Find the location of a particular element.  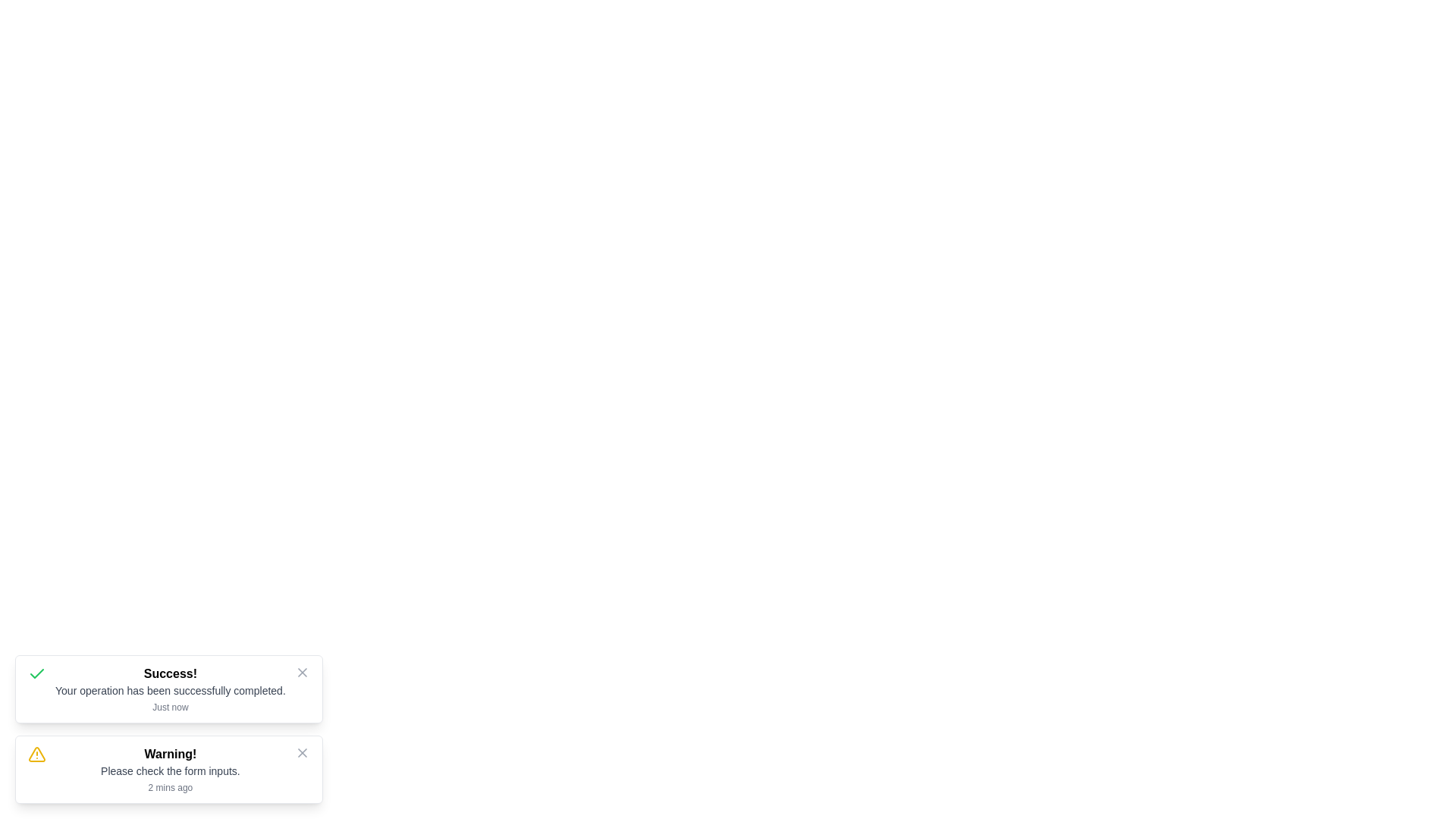

the close button of the notification to dismiss it is located at coordinates (302, 672).